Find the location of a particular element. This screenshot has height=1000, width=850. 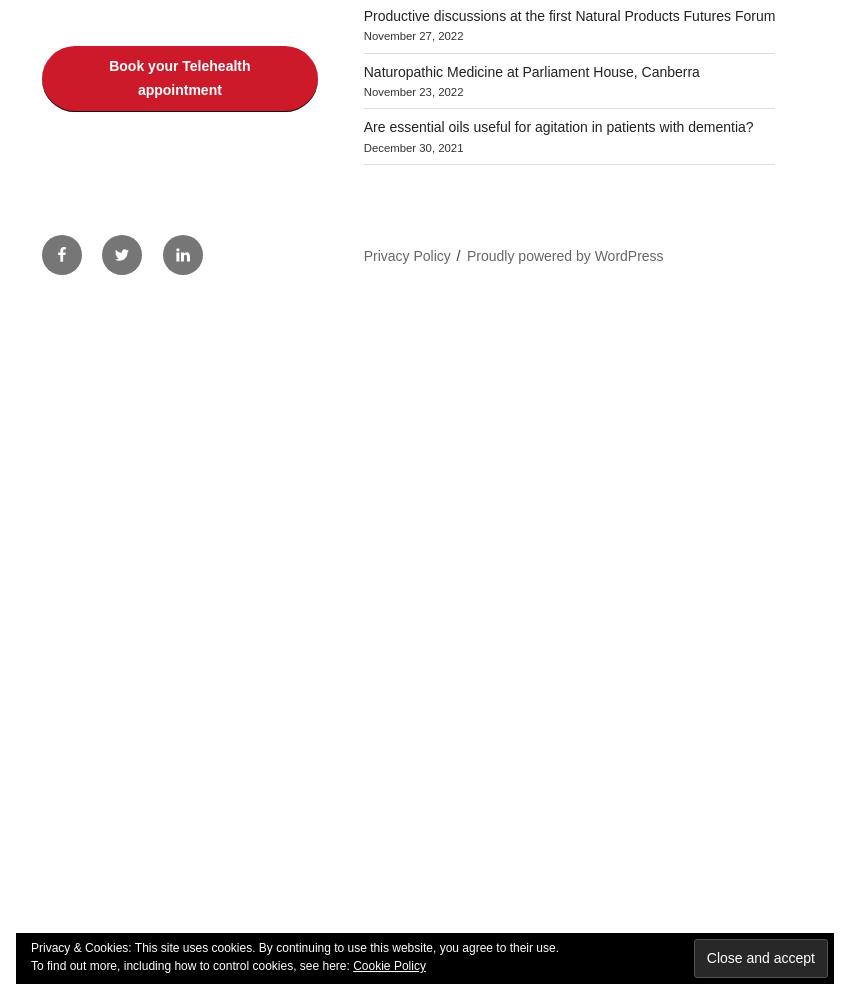

'Naturopathic Medicine at Parliament House, Canberra' is located at coordinates (362, 70).